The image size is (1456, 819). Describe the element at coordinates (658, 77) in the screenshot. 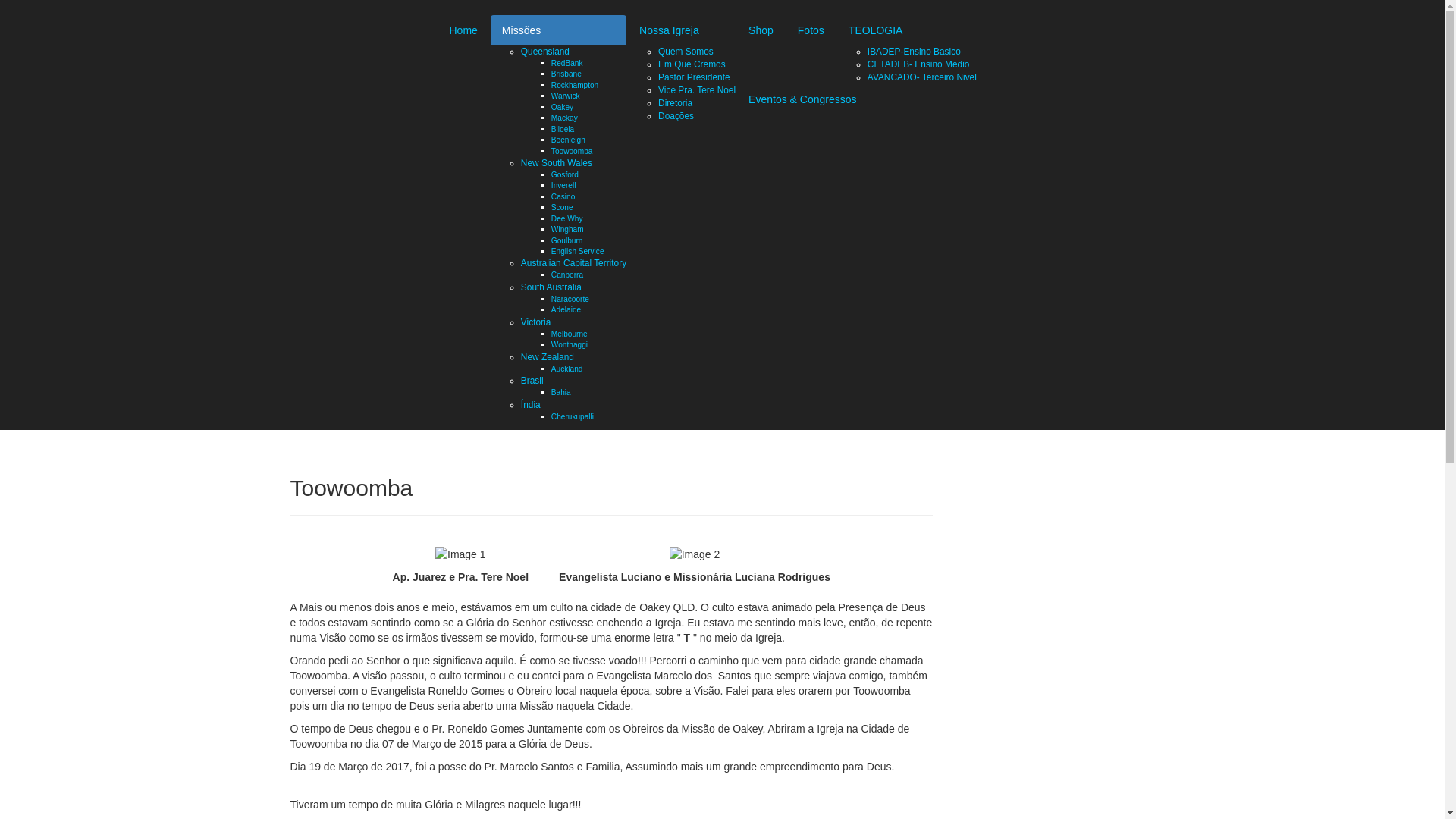

I see `'Pastor Presidente'` at that location.